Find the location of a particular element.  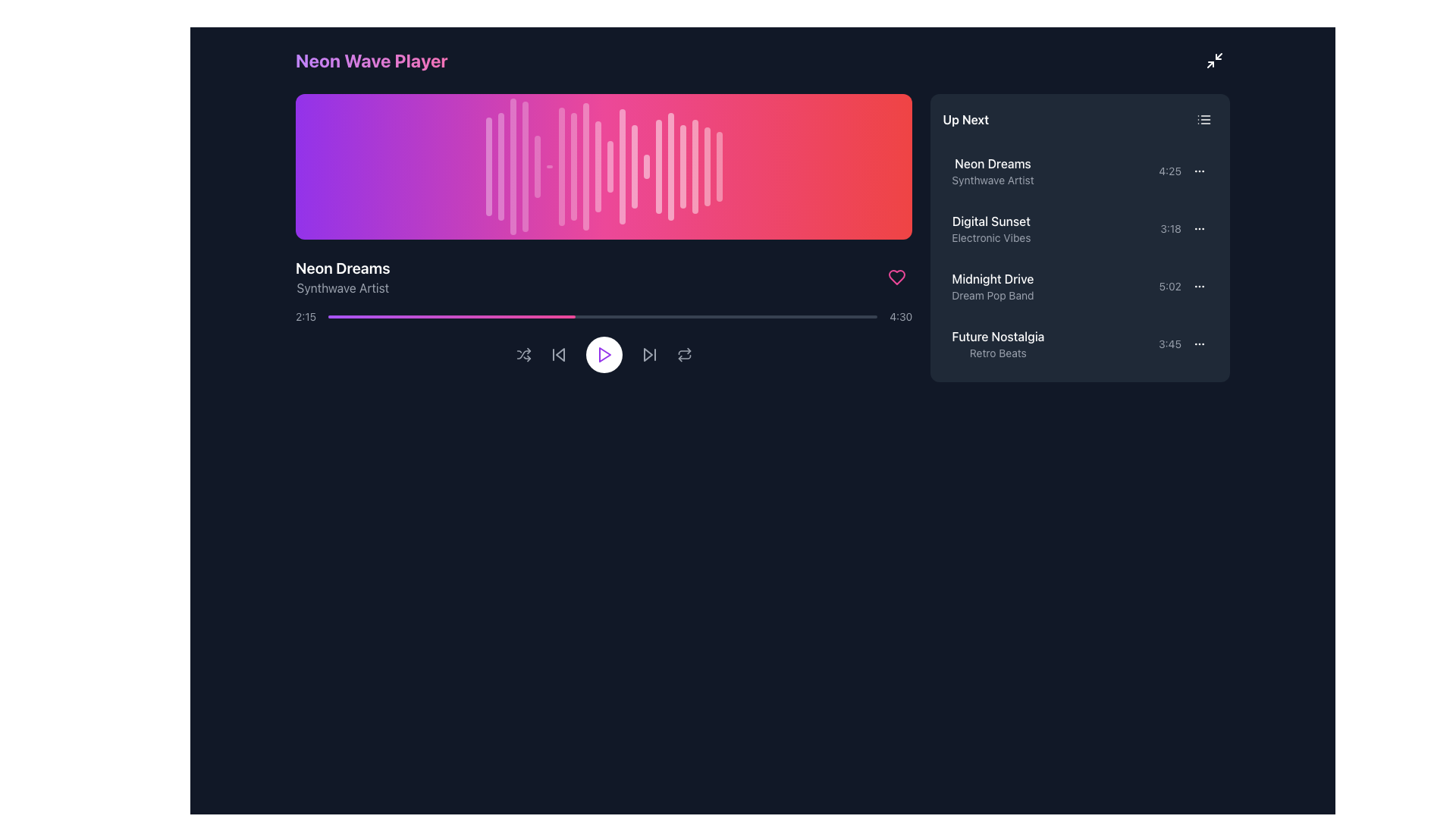

the skip-forward button located at the center of the bottom control panel of the media player interface is located at coordinates (648, 354).